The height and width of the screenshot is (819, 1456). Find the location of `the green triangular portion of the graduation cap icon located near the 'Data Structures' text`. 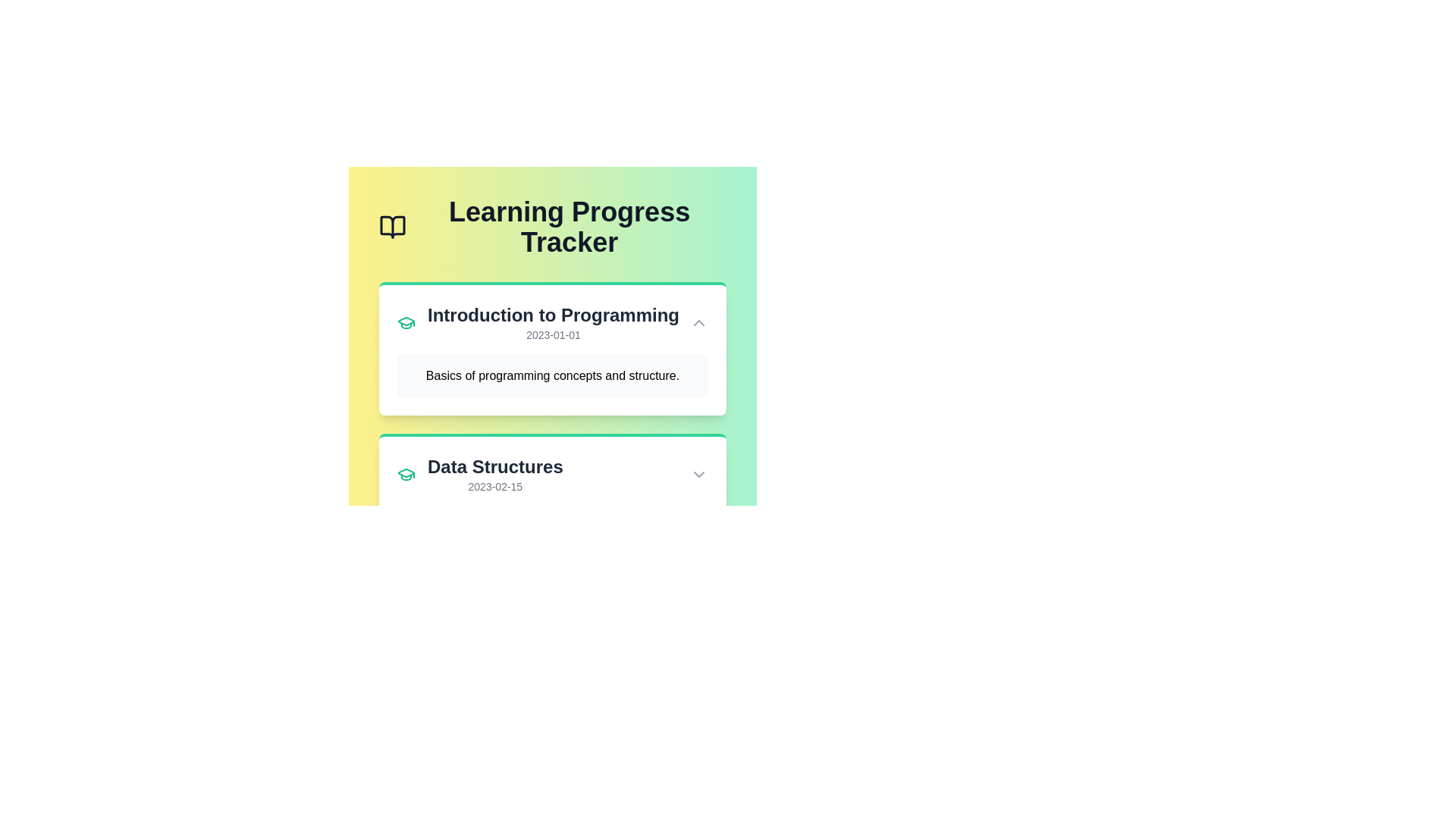

the green triangular portion of the graduation cap icon located near the 'Data Structures' text is located at coordinates (406, 321).